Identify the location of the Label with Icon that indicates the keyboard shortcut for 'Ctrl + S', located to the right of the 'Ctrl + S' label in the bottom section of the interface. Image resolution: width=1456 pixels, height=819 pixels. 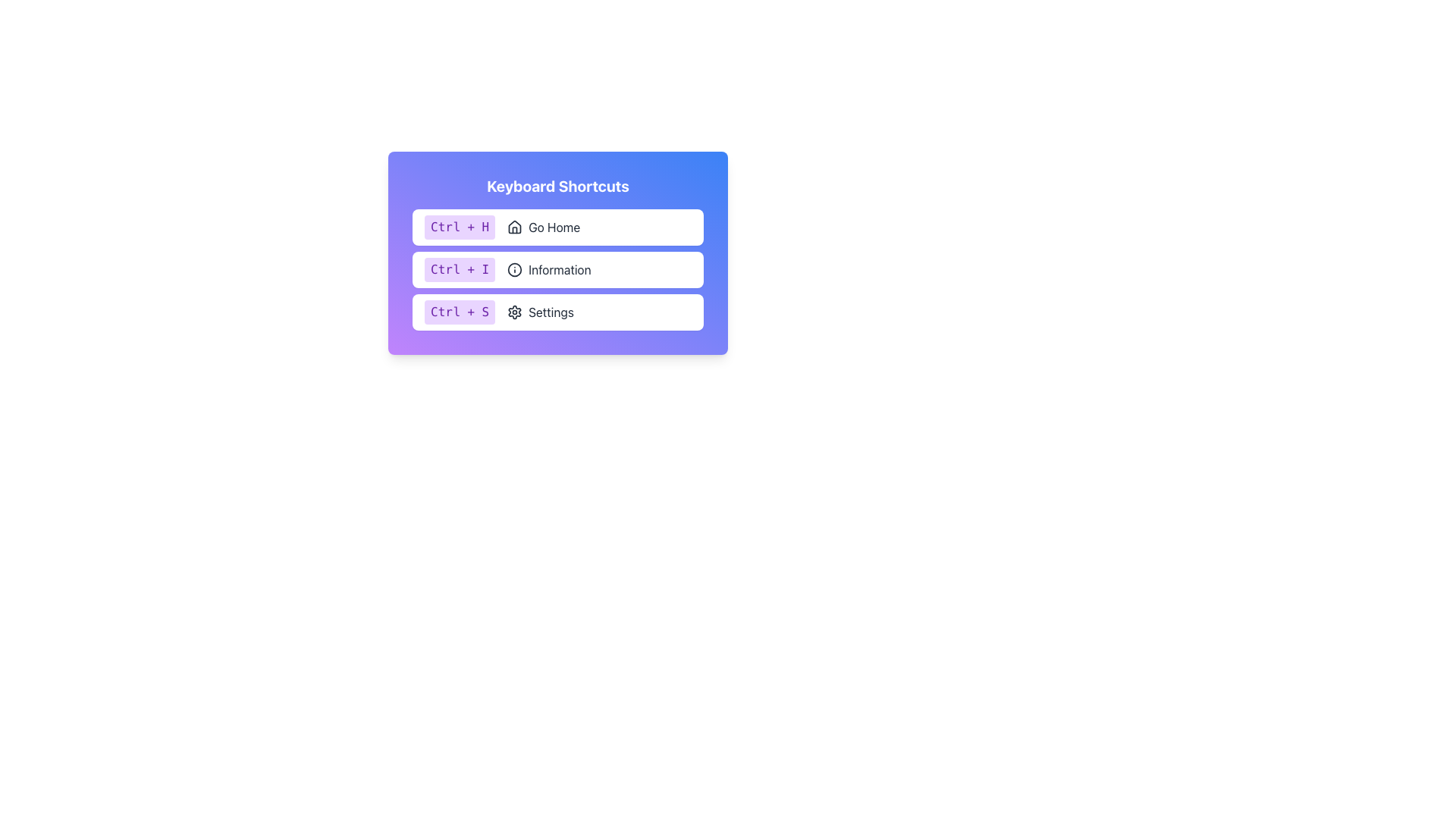
(541, 312).